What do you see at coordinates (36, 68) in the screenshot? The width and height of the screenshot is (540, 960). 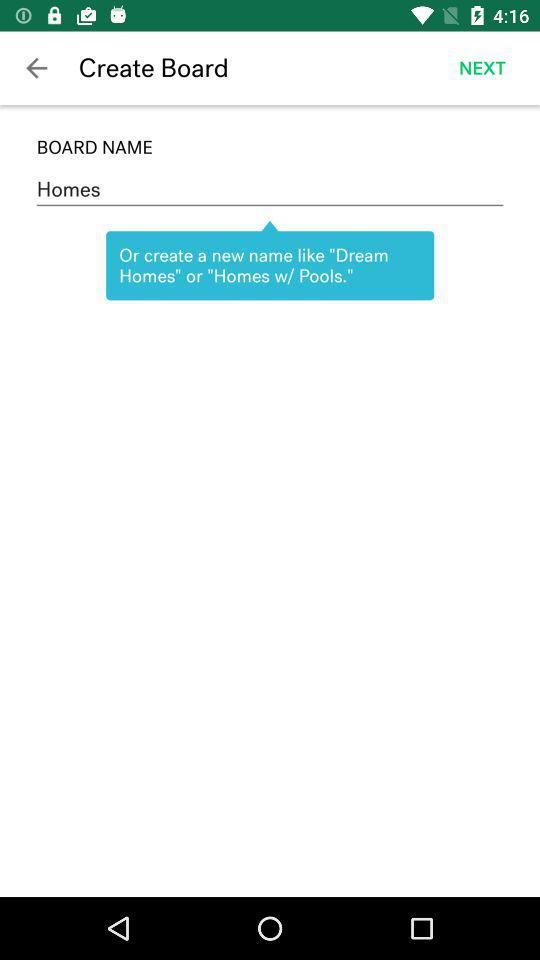 I see `the app to the left of the create board icon` at bounding box center [36, 68].